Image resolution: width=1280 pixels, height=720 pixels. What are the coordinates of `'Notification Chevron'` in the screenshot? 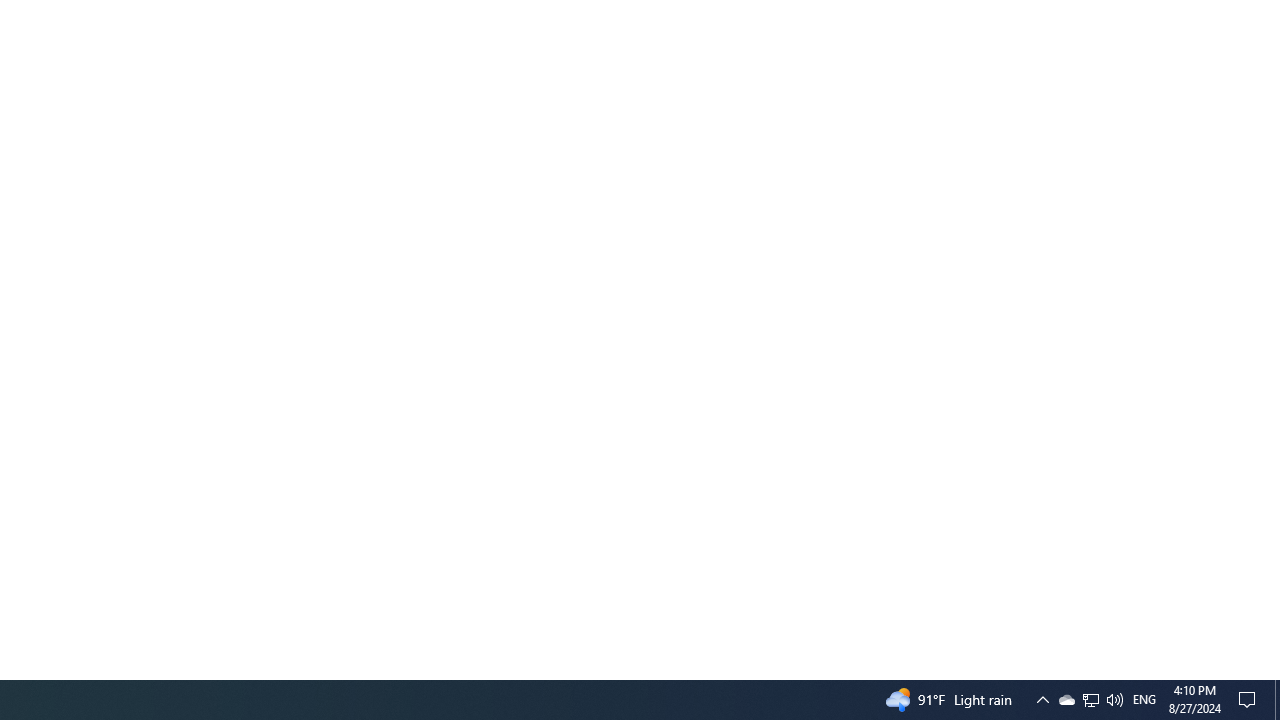 It's located at (1041, 698).